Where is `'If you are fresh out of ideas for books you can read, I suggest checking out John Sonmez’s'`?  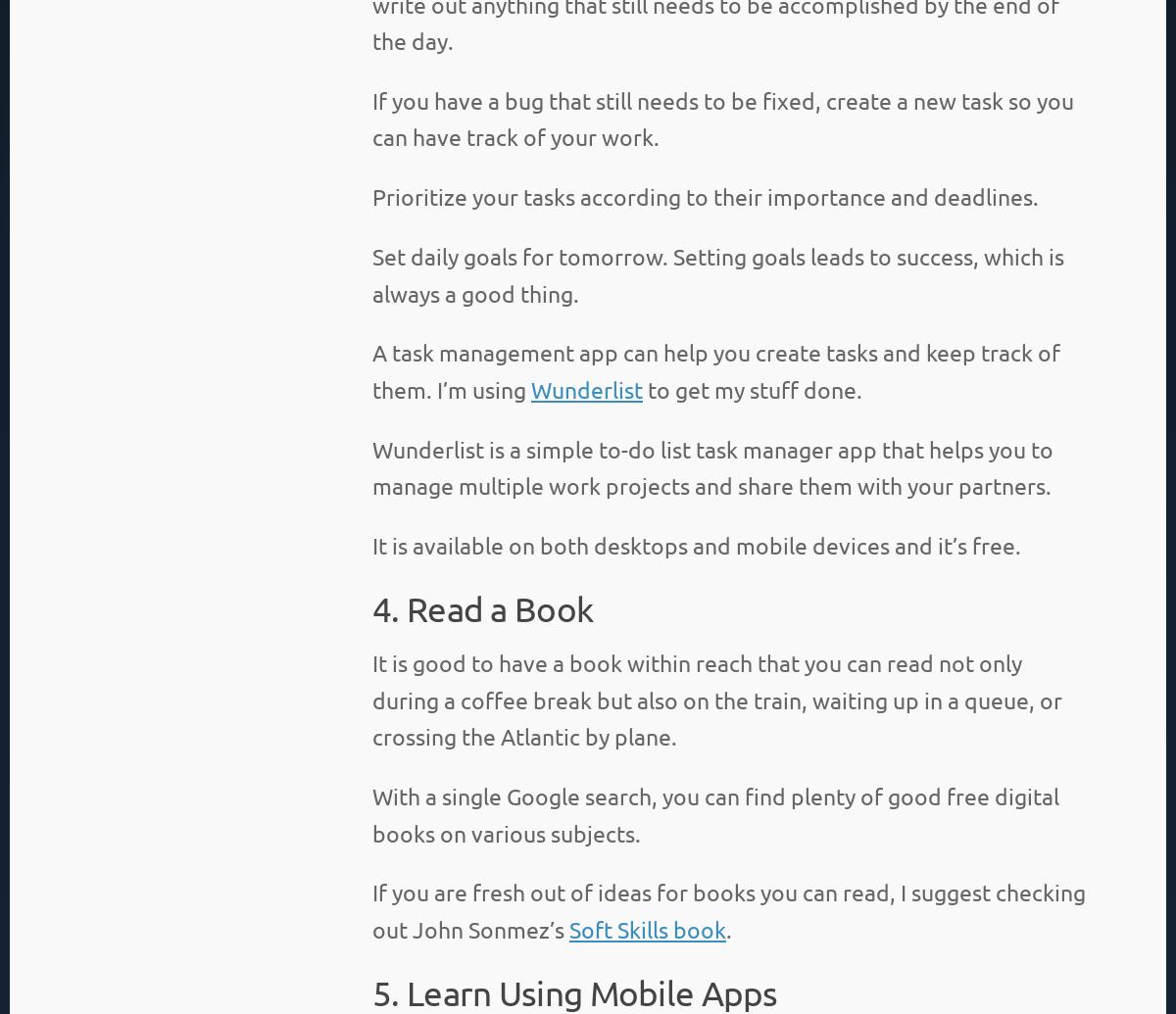
'If you are fresh out of ideas for books you can read, I suggest checking out John Sonmez’s' is located at coordinates (729, 909).